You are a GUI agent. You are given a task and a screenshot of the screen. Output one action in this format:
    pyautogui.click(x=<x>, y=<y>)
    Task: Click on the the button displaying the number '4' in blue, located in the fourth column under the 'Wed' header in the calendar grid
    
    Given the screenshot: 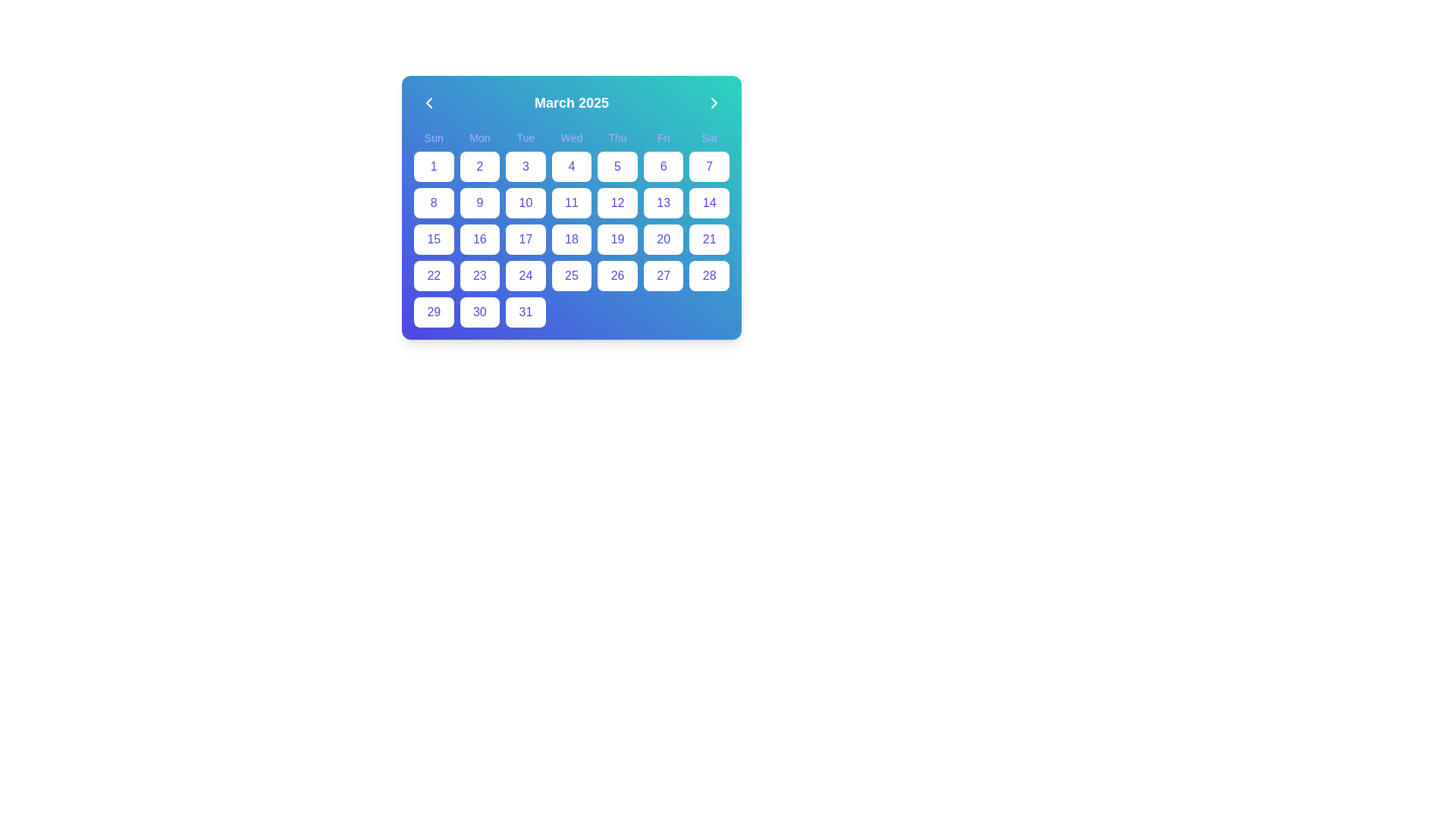 What is the action you would take?
    pyautogui.click(x=570, y=166)
    